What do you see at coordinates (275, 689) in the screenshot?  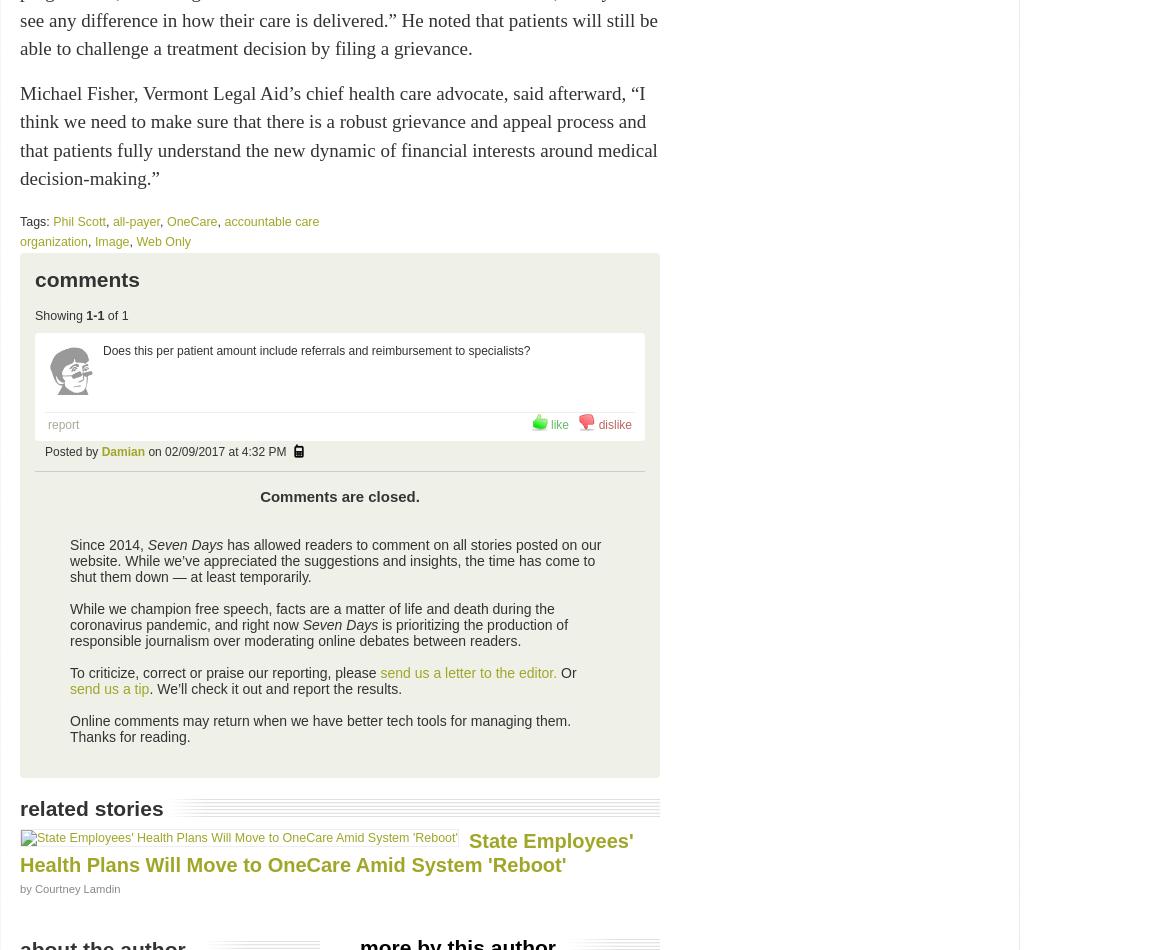 I see `'. We’ll check it out and report the results.'` at bounding box center [275, 689].